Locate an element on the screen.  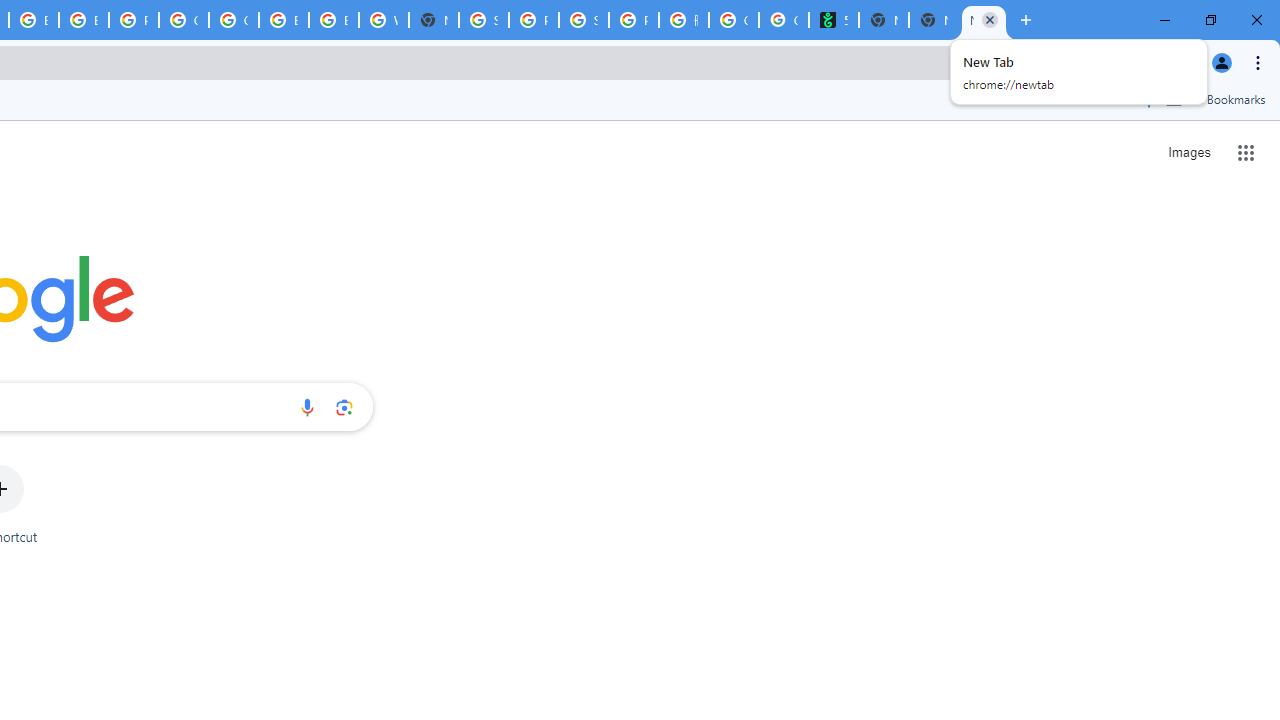
'Google apps' is located at coordinates (1245, 152).